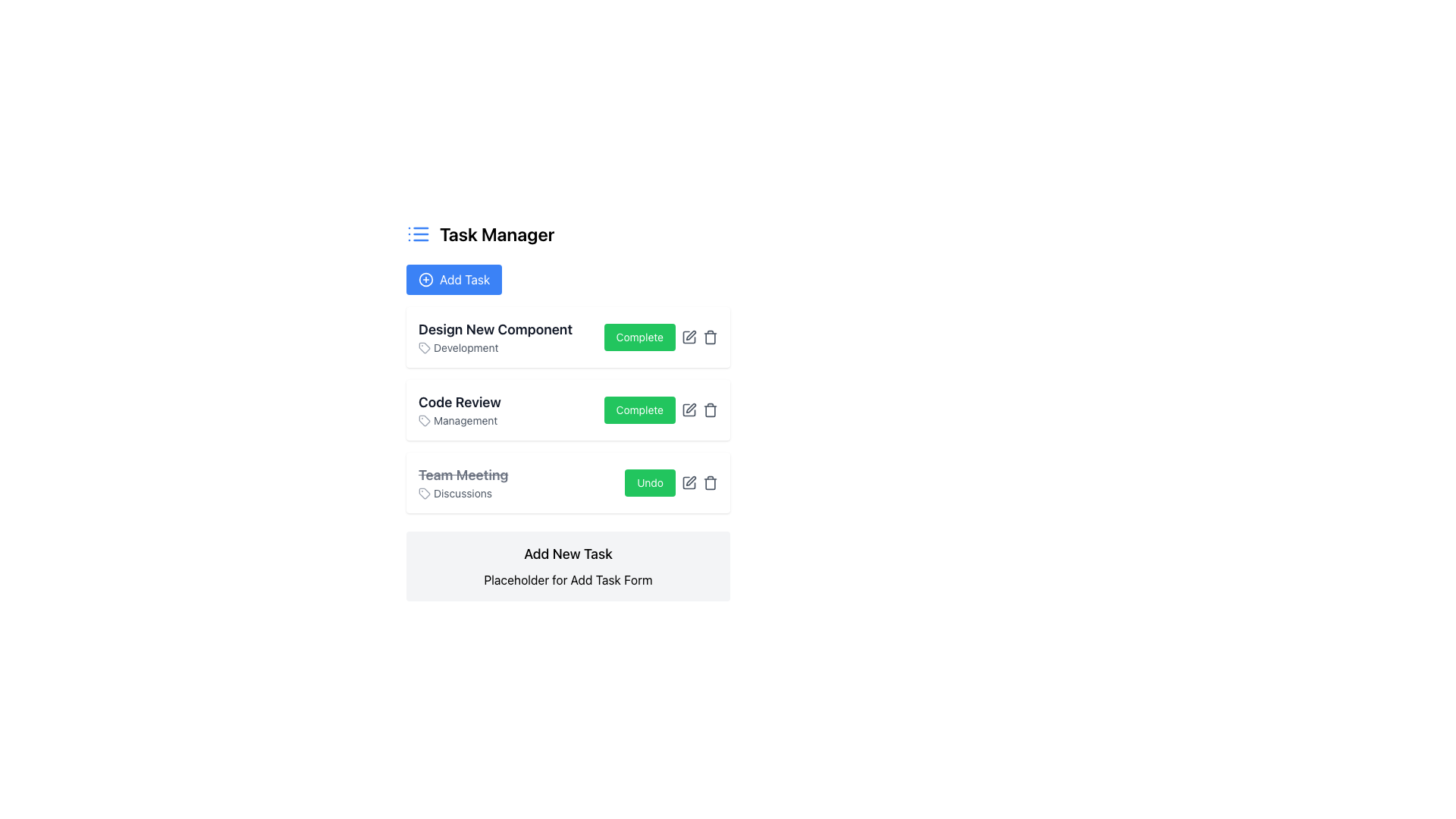 This screenshot has height=819, width=1456. What do you see at coordinates (688, 336) in the screenshot?
I see `the action icon located to the right of the green 'Complete' button in the task management interface` at bounding box center [688, 336].